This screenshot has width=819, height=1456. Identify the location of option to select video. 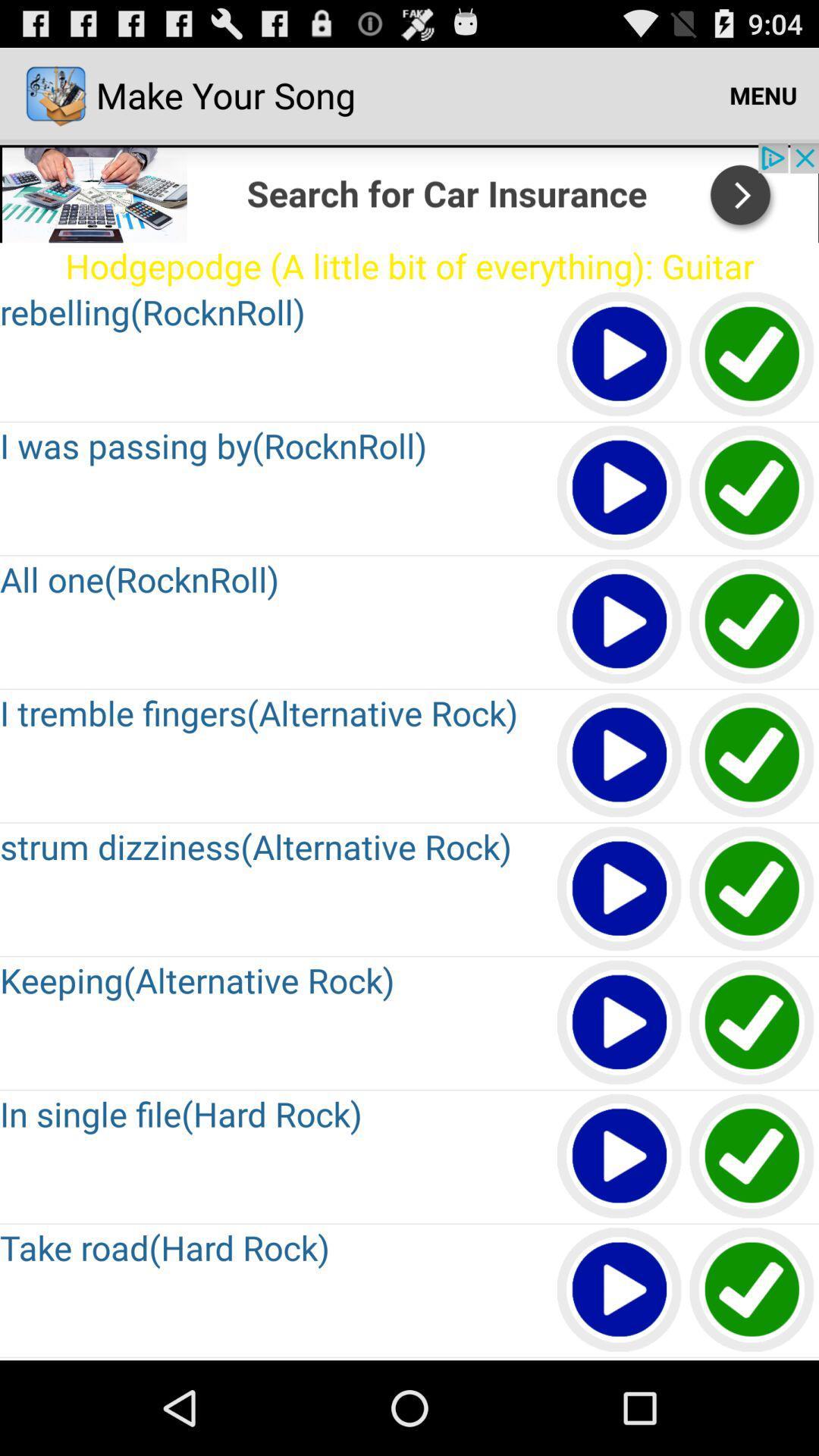
(752, 354).